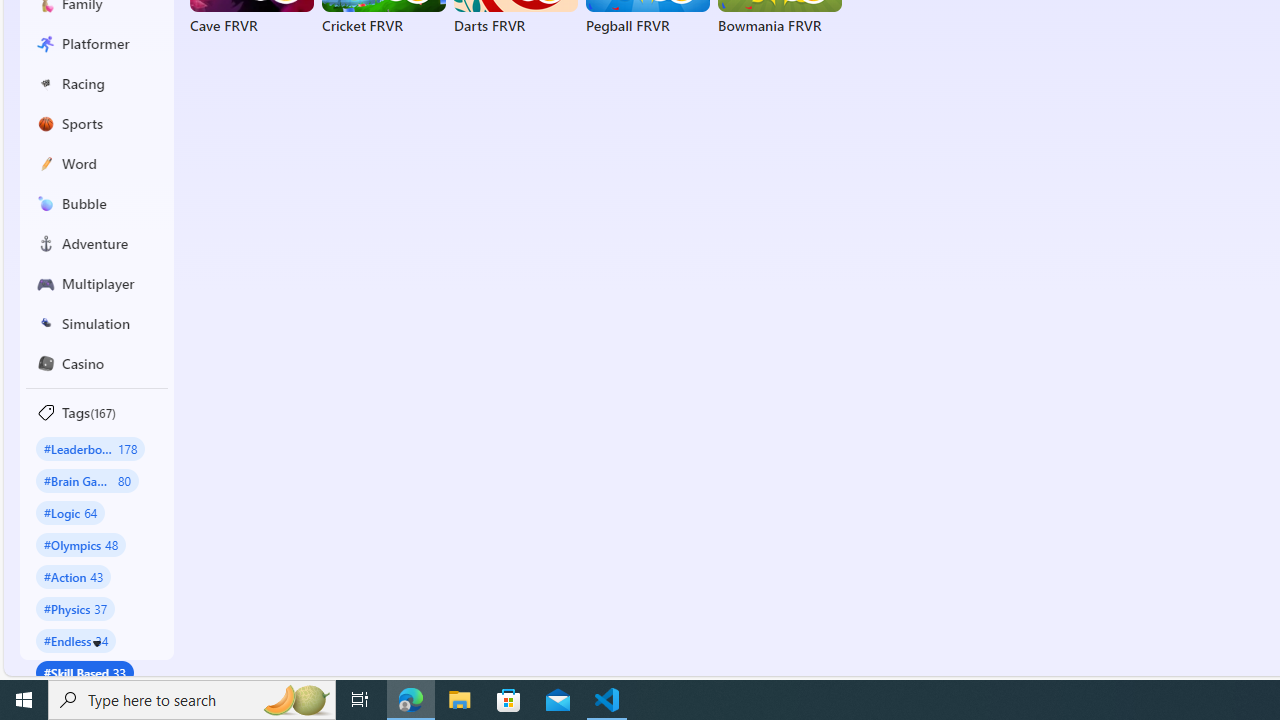 Image resolution: width=1280 pixels, height=720 pixels. I want to click on '#Logic 64', so click(71, 511).